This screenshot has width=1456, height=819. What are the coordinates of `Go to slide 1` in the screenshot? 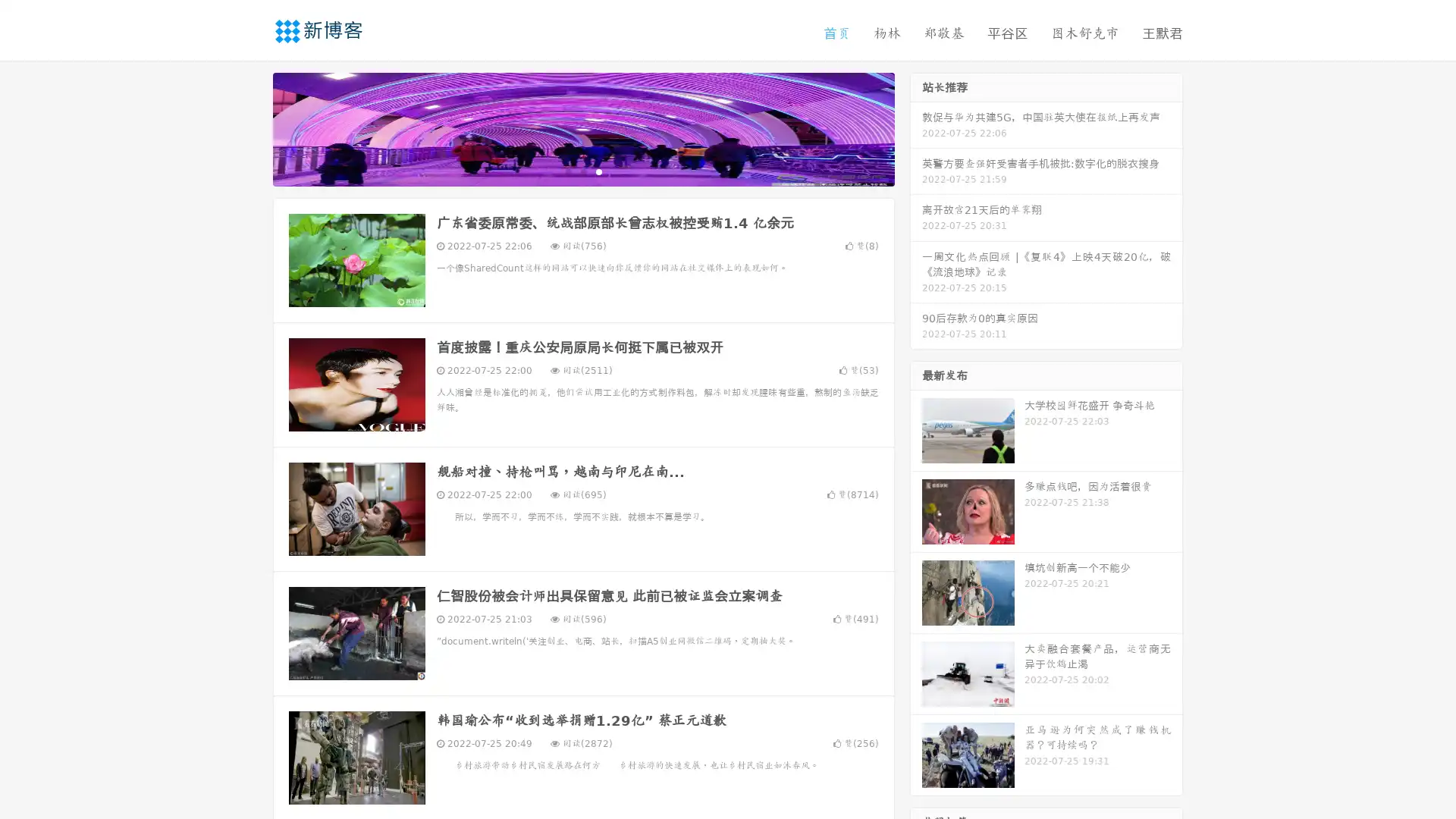 It's located at (567, 171).